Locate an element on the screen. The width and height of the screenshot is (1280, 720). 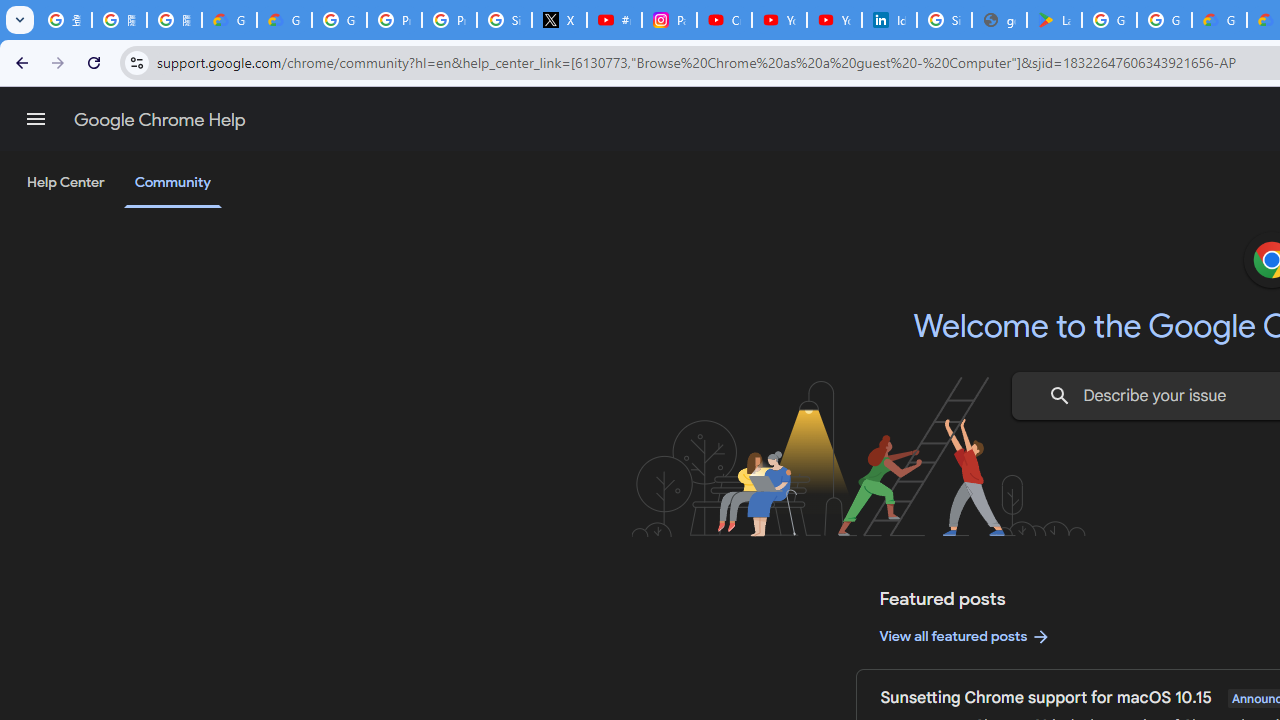
'X' is located at coordinates (560, 20).